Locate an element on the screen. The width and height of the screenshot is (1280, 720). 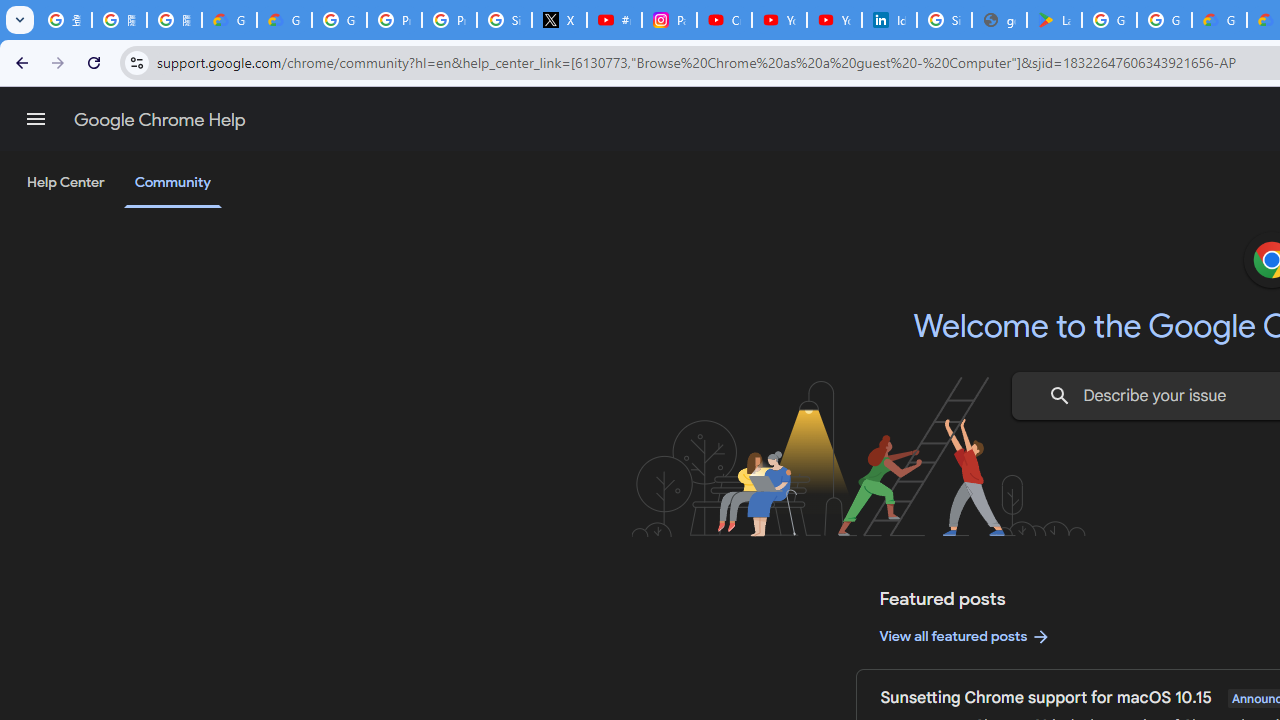
'X' is located at coordinates (560, 20).